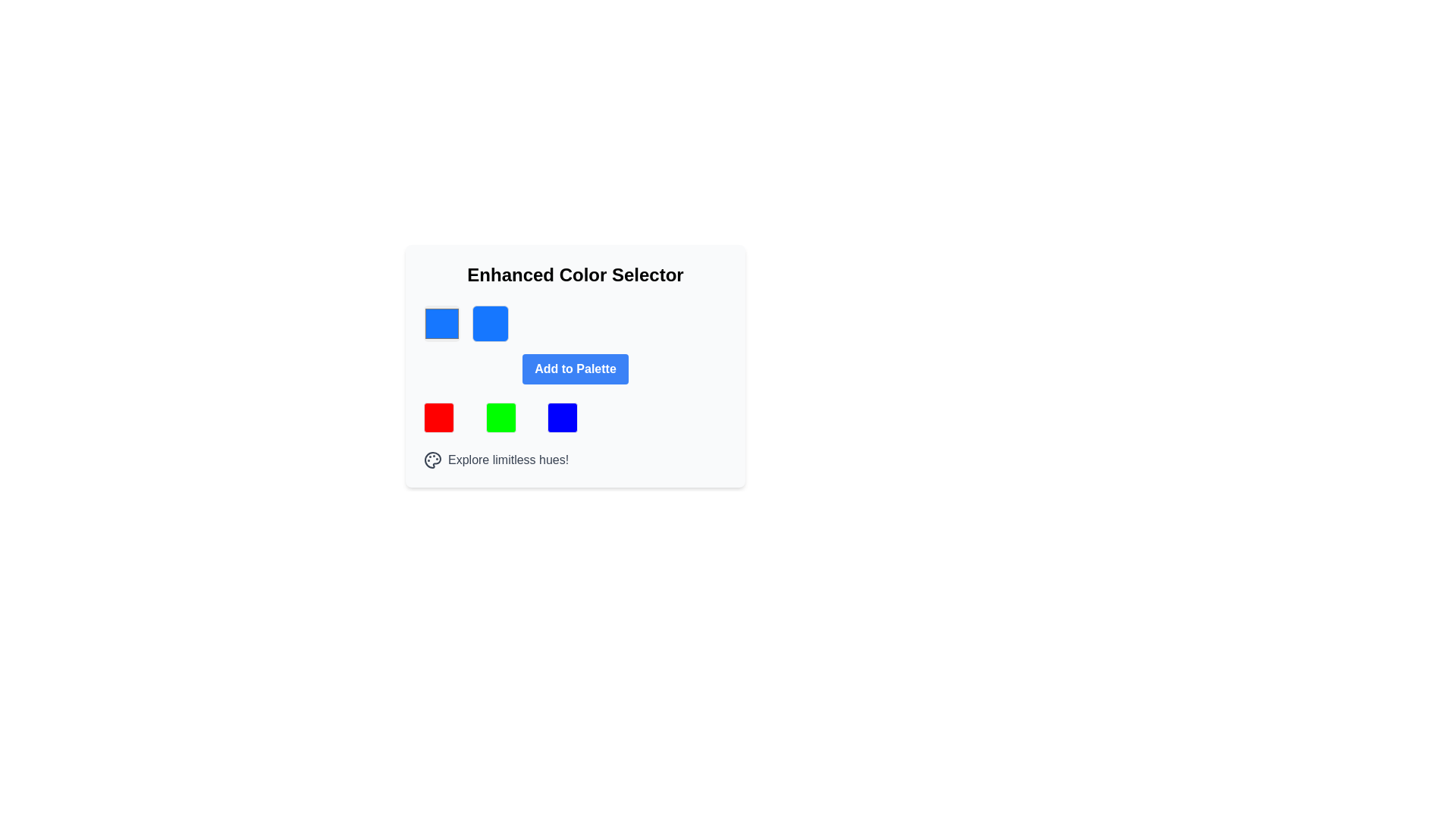  Describe the element at coordinates (438, 418) in the screenshot. I see `the red color box in the color palette, which is the leftmost element in the row of three colored squares below the 'Add to Palette' button` at that location.